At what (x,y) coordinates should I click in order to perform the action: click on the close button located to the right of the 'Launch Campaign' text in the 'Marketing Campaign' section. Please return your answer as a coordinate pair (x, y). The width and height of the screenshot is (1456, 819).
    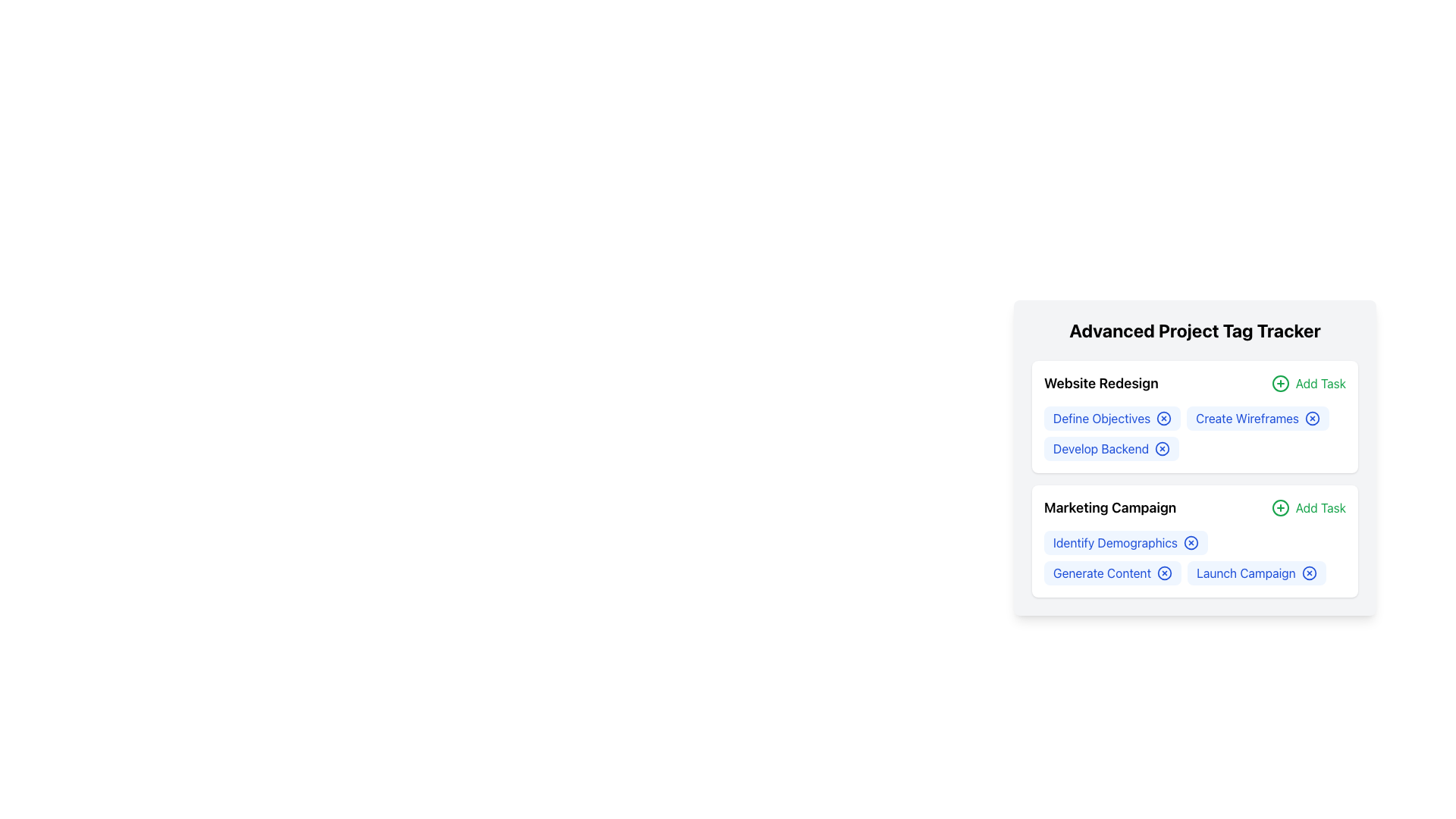
    Looking at the image, I should click on (1308, 573).